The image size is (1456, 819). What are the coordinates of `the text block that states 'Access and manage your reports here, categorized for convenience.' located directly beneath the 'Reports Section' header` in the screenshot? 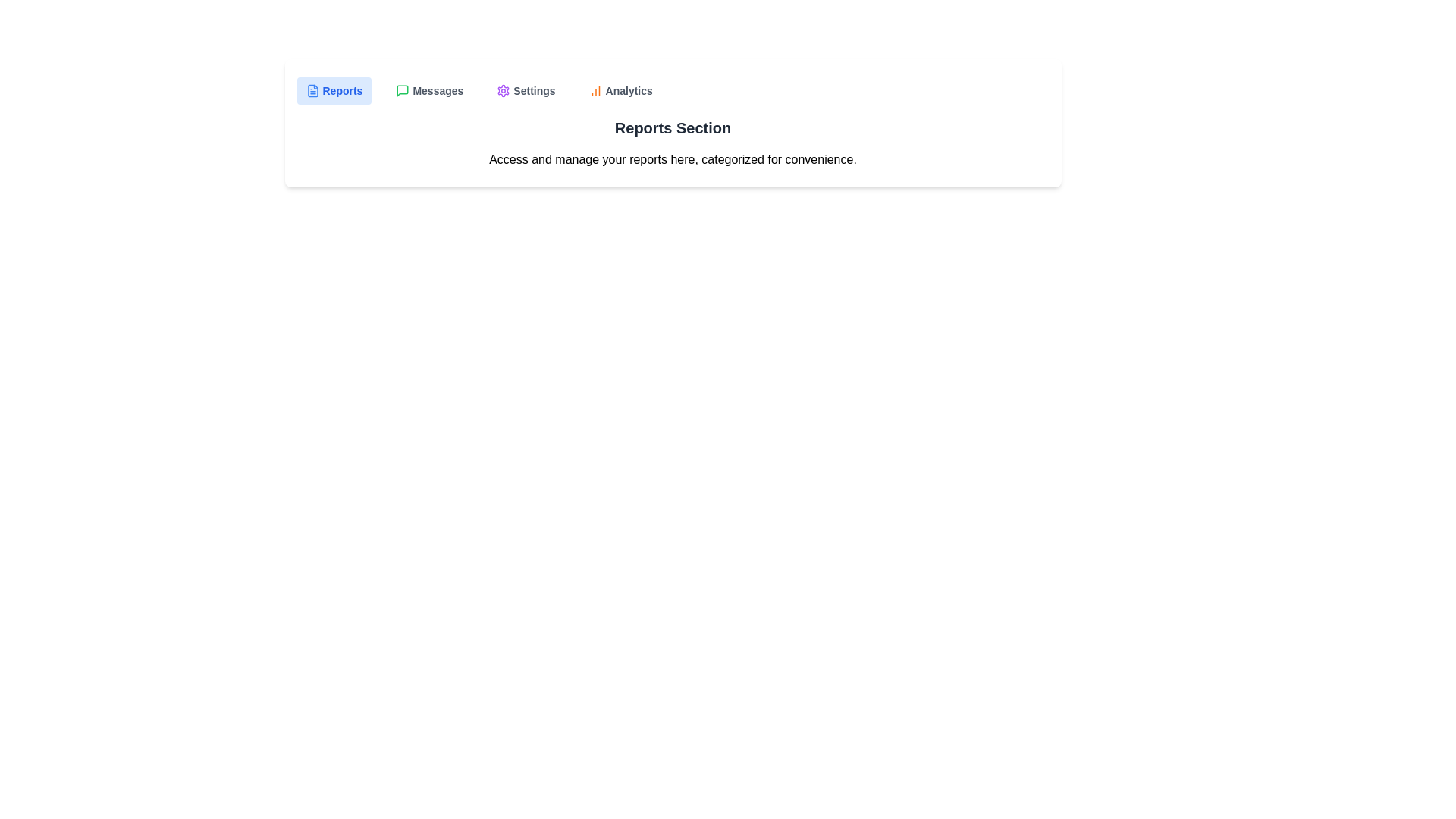 It's located at (672, 160).